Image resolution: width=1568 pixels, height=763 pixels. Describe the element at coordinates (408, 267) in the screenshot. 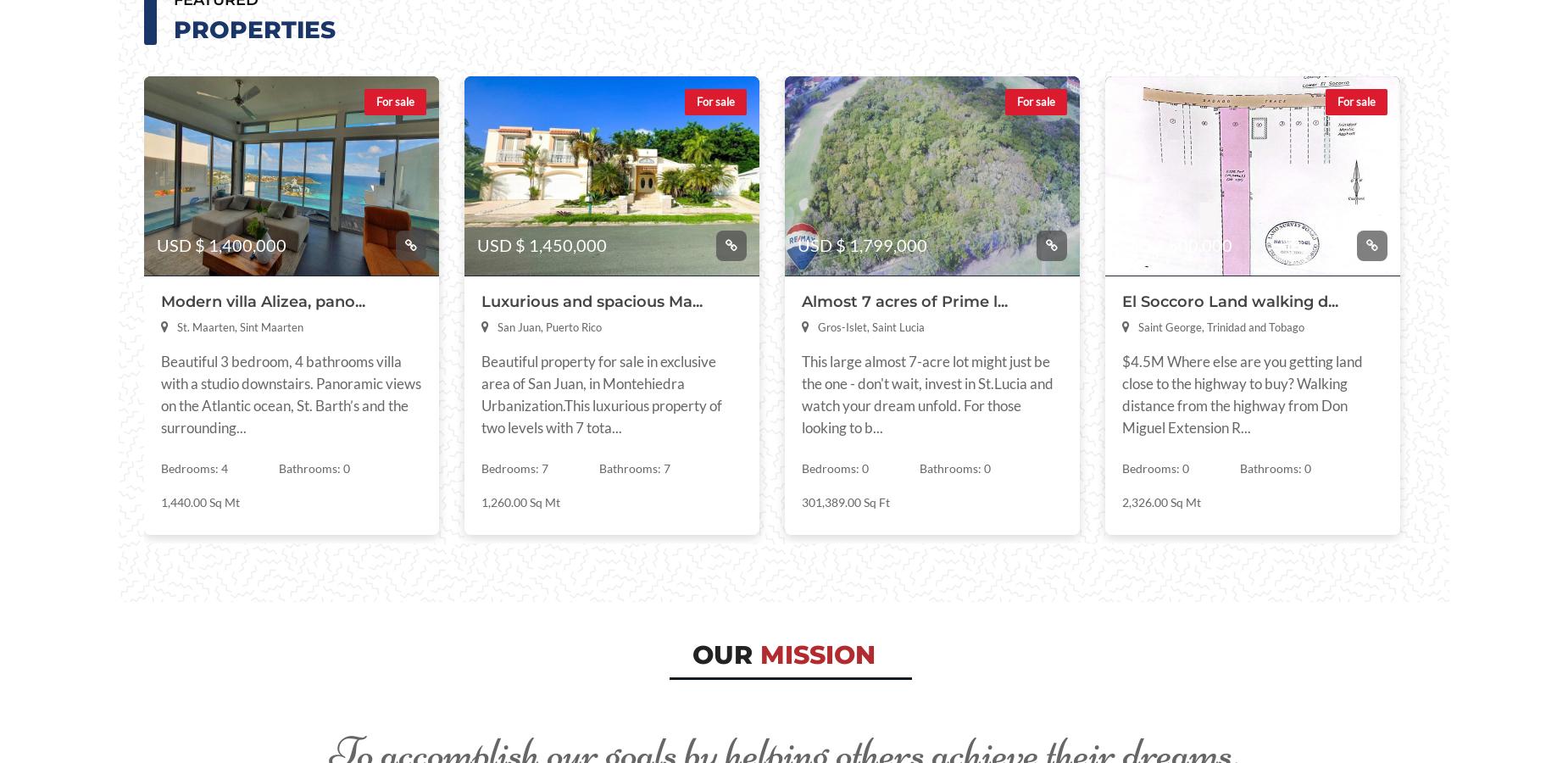

I see `'Saint Barthelemy'` at that location.